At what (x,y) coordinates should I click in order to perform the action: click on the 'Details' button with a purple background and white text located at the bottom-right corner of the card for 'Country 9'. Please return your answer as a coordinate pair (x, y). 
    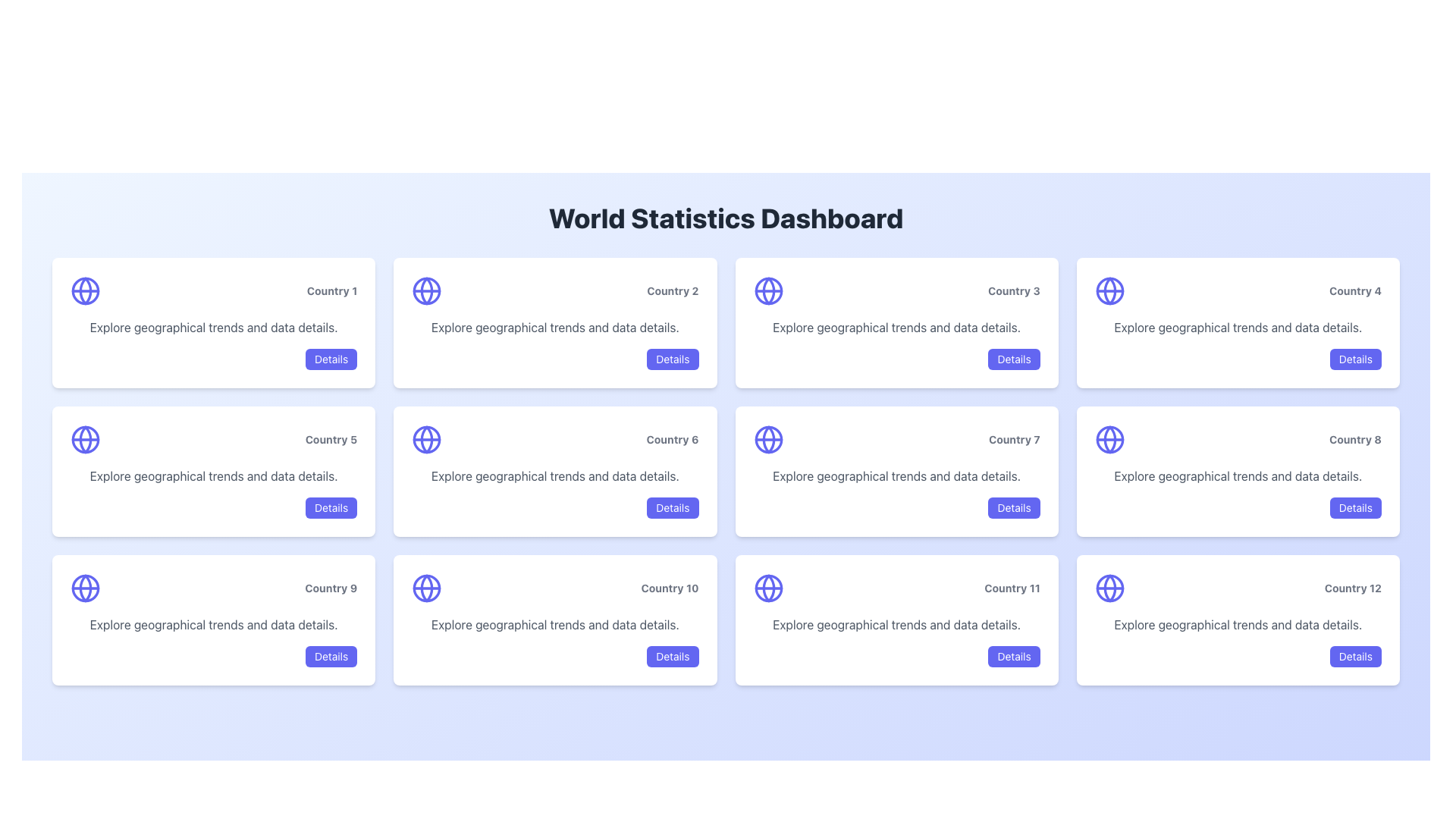
    Looking at the image, I should click on (331, 656).